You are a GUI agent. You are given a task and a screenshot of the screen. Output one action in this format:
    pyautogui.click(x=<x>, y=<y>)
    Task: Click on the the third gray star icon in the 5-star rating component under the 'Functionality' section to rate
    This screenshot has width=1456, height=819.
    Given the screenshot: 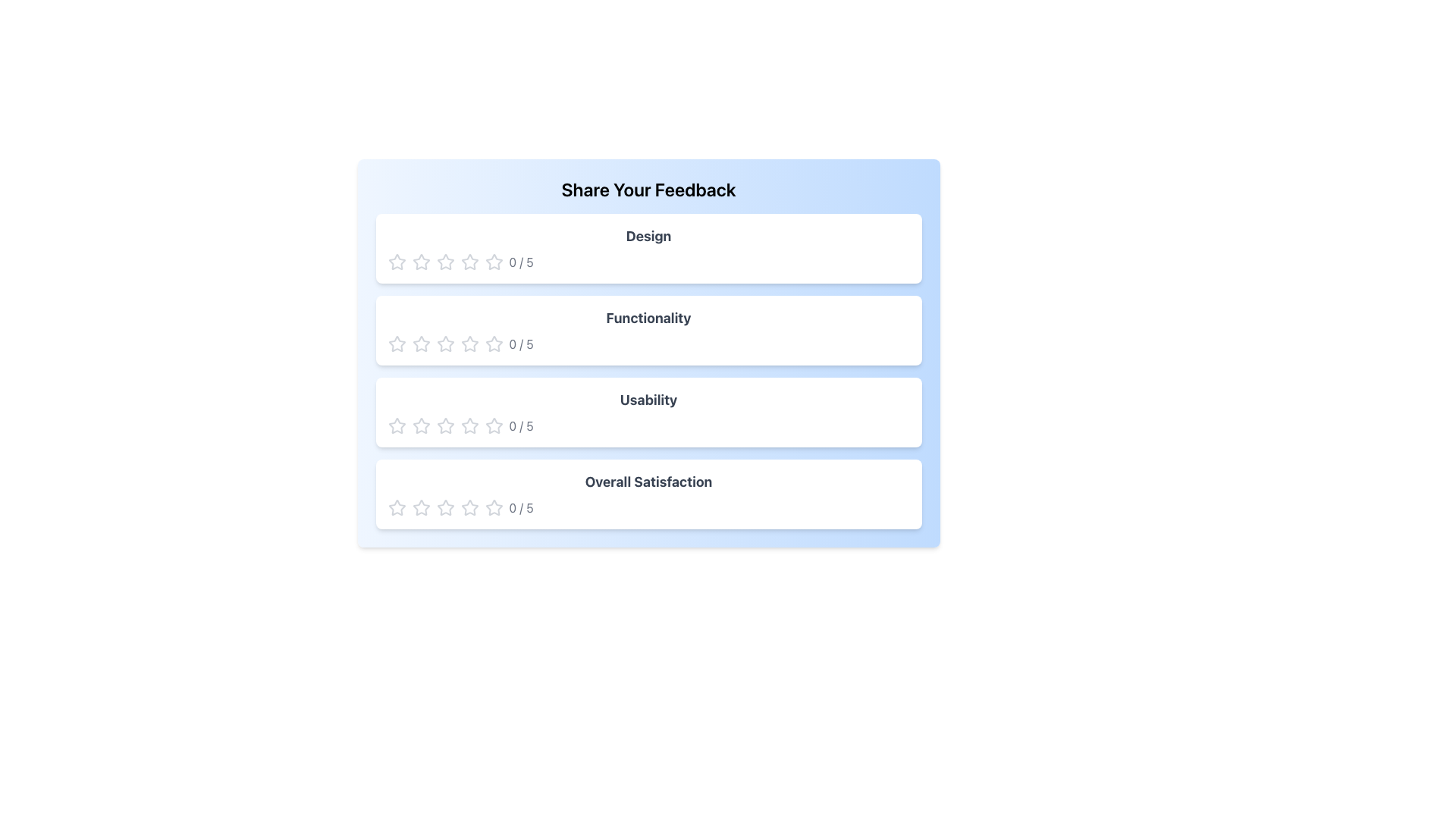 What is the action you would take?
    pyautogui.click(x=444, y=344)
    